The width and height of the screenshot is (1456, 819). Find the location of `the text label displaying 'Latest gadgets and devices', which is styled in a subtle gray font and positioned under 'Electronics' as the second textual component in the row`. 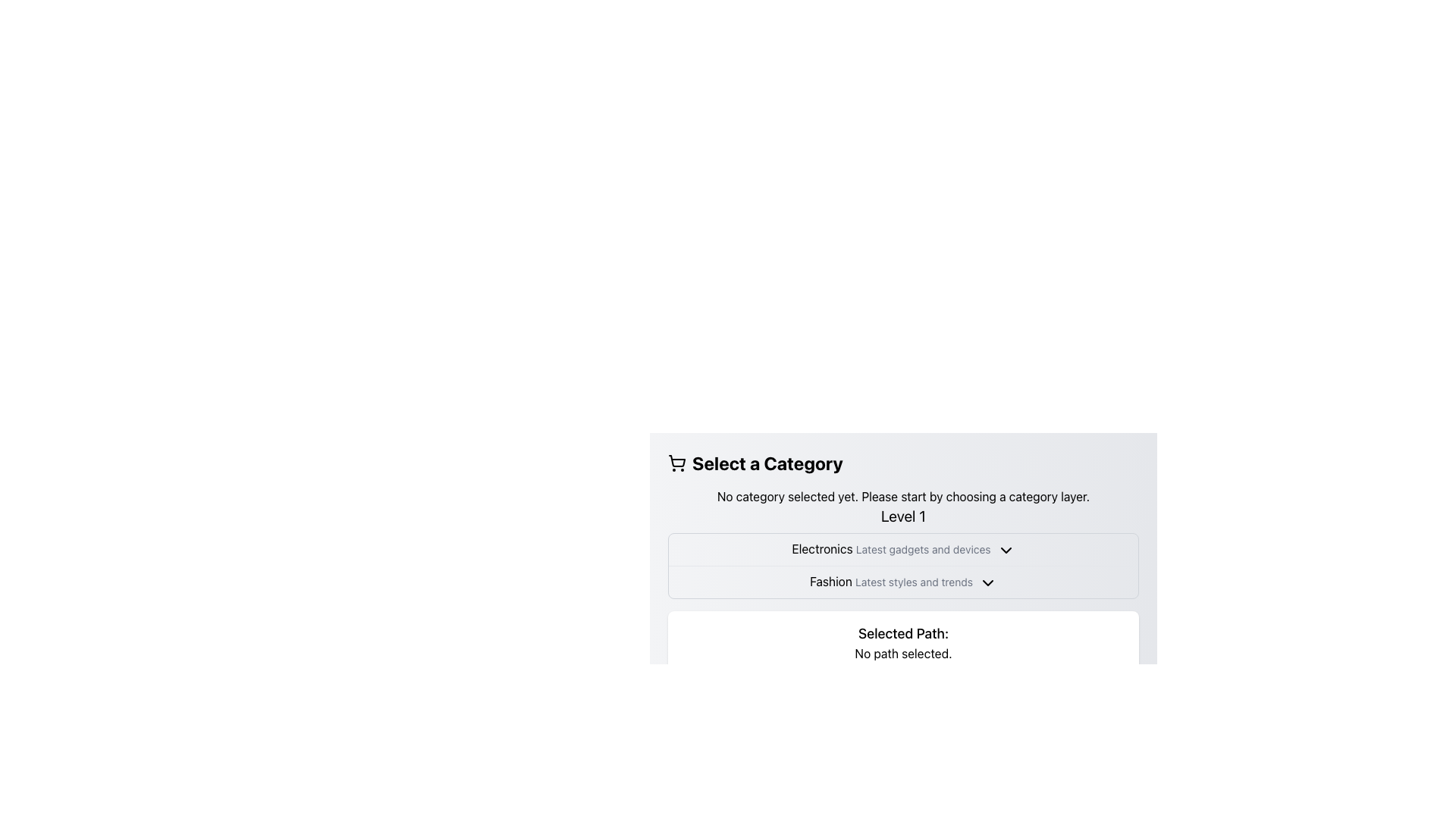

the text label displaying 'Latest gadgets and devices', which is styled in a subtle gray font and positioned under 'Electronics' as the second textual component in the row is located at coordinates (922, 549).